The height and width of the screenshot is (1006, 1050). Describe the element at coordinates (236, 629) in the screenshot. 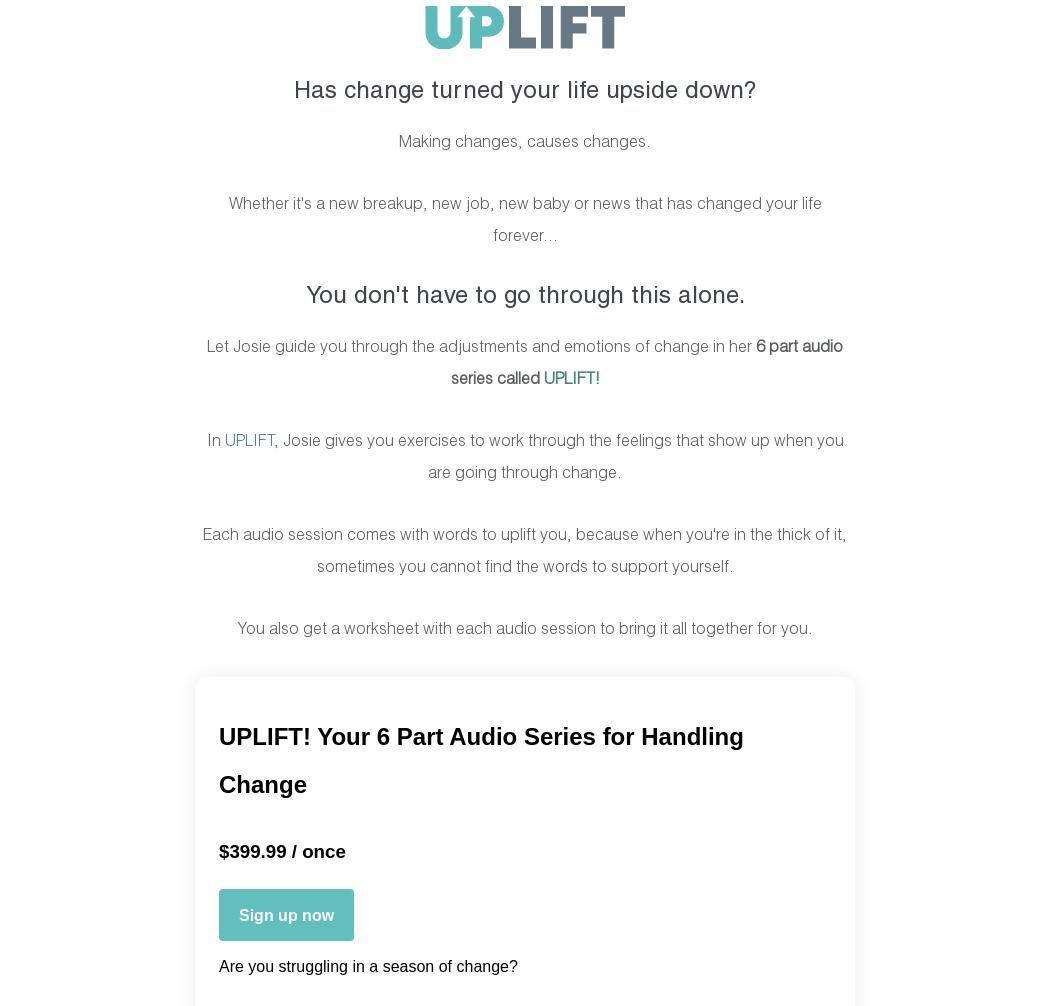

I see `'You also get a worksheet with each audio session to bring it all together for you.'` at that location.